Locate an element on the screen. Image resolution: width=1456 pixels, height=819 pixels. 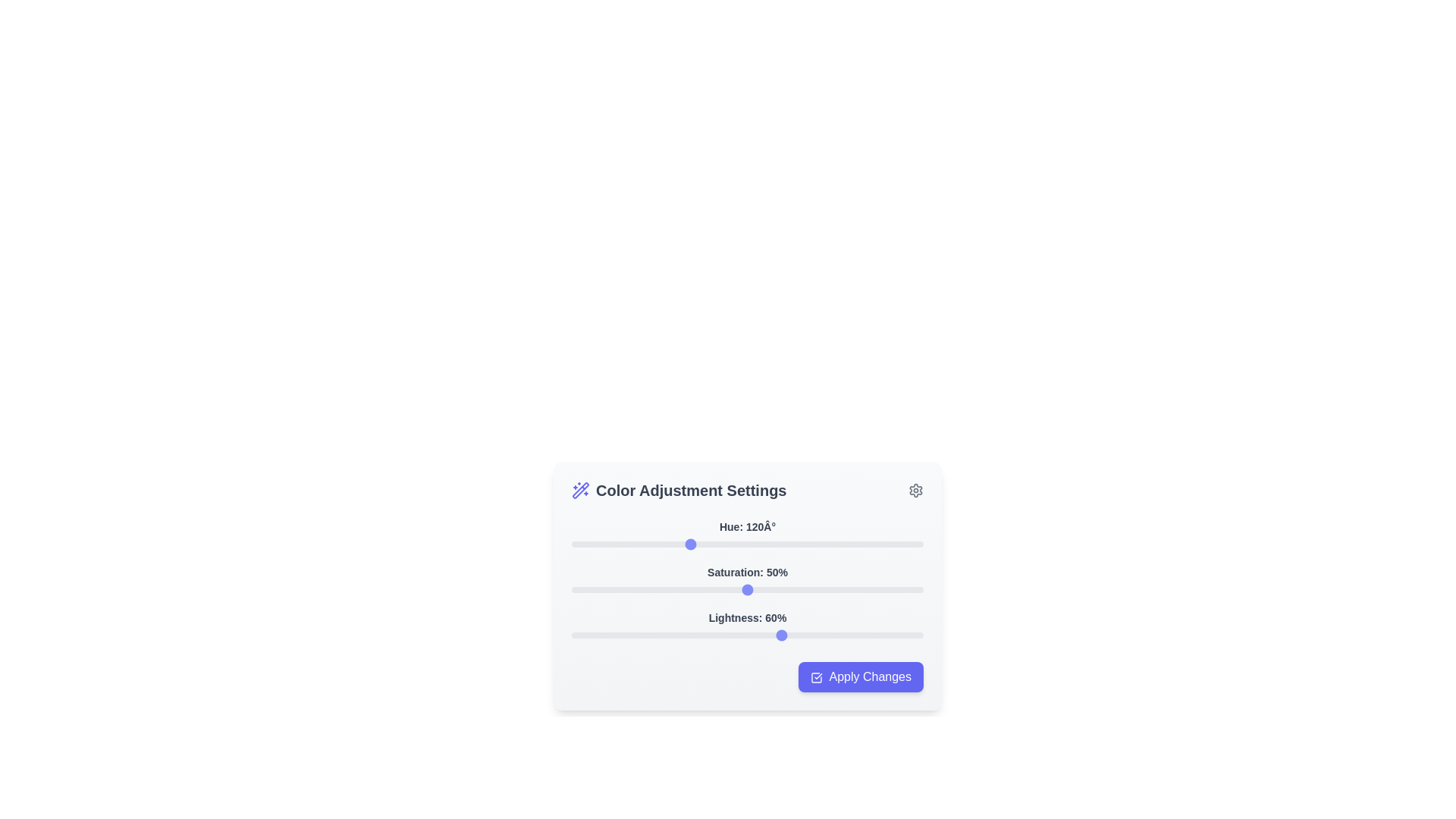
the grouped component of three sliders labeled 'Hue: 120°', 'Saturation: 50%', and 'Lightness: 60%' within the 'Color Adjustment Settings' dialog is located at coordinates (747, 581).